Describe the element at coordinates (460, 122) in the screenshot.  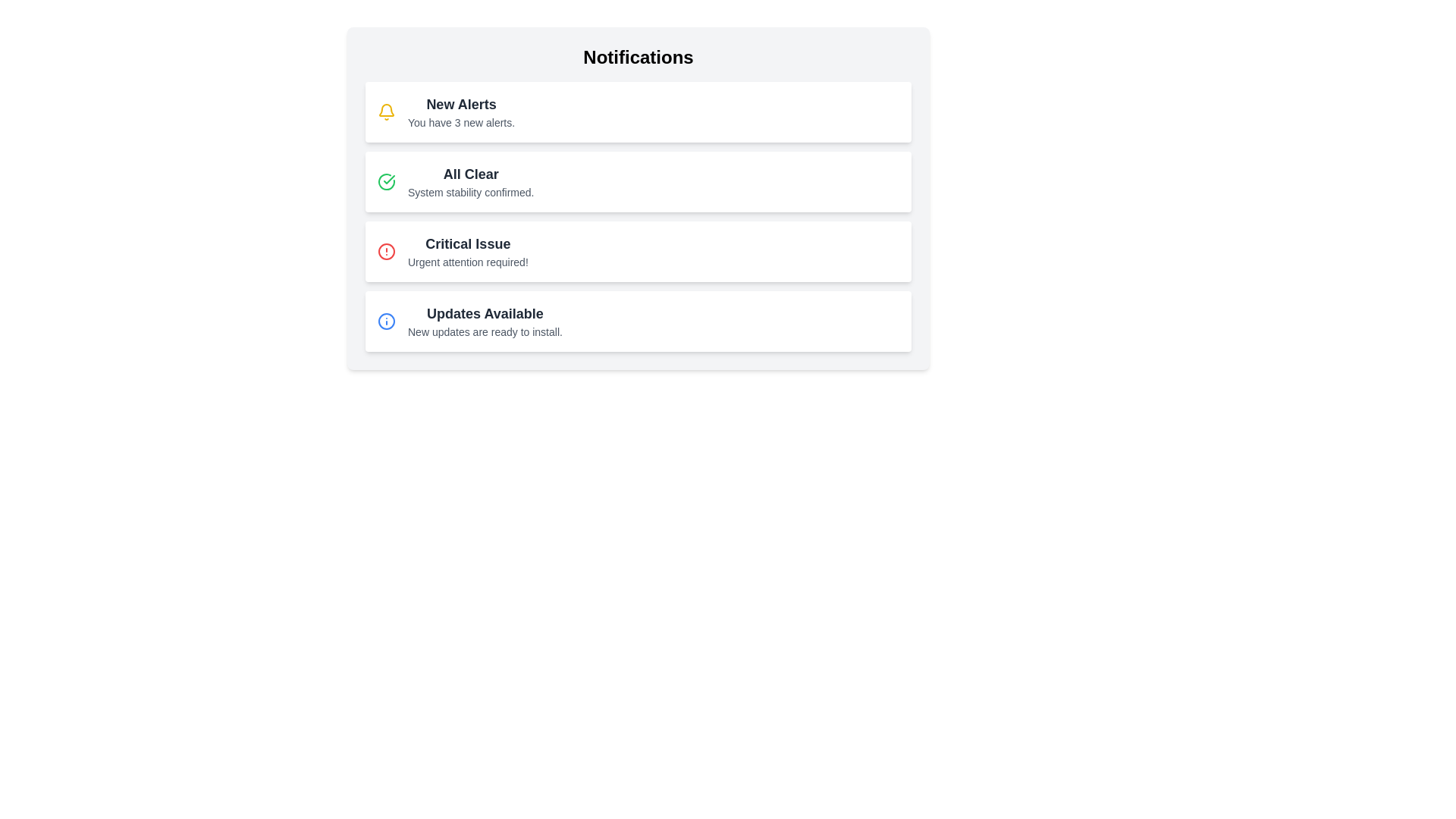
I see `the text label displaying 'You have 3 new alerts.' located beneath the 'New Alerts' heading within the first notification card` at that location.